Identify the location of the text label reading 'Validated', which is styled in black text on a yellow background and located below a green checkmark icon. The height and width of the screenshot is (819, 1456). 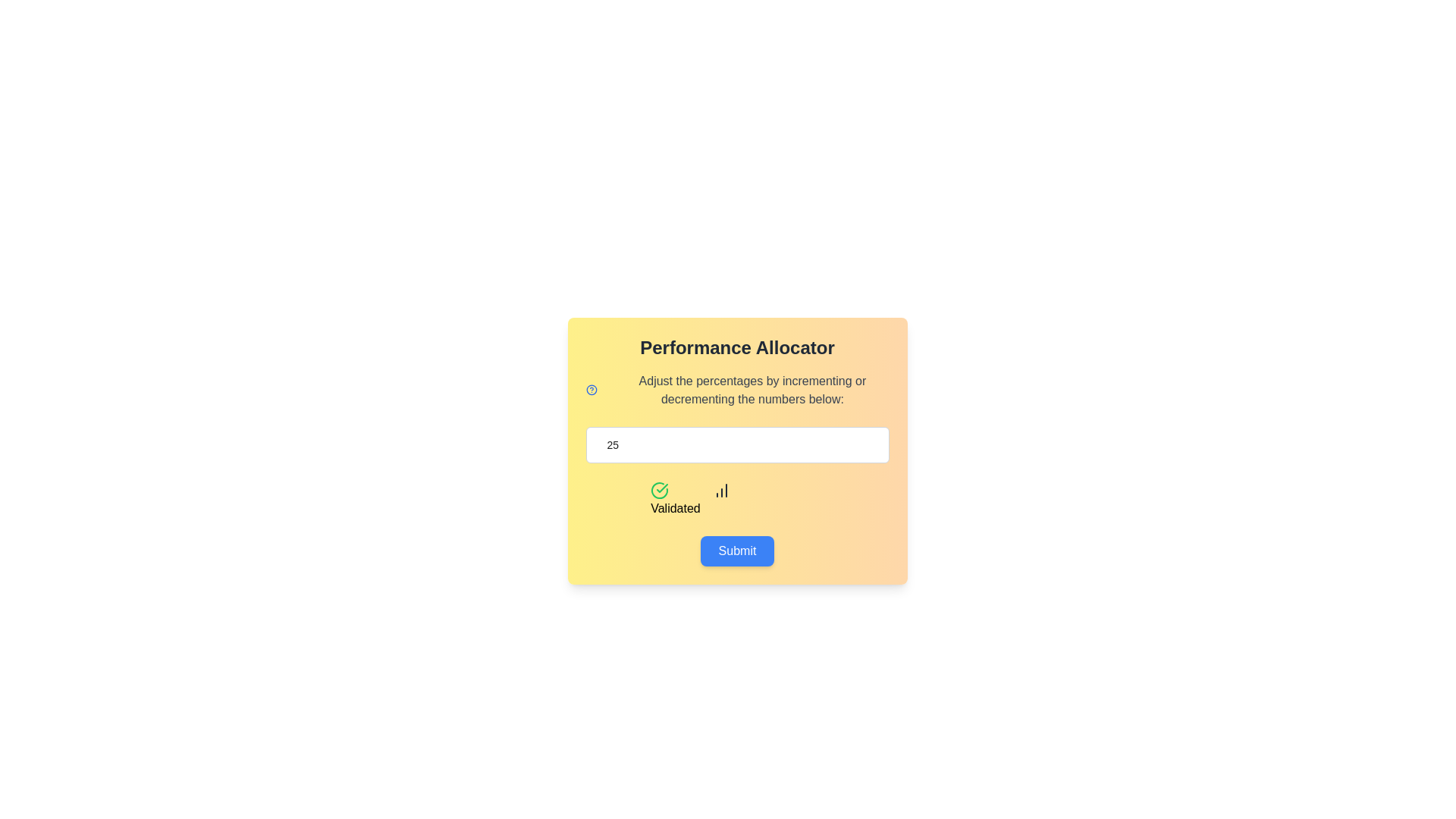
(674, 509).